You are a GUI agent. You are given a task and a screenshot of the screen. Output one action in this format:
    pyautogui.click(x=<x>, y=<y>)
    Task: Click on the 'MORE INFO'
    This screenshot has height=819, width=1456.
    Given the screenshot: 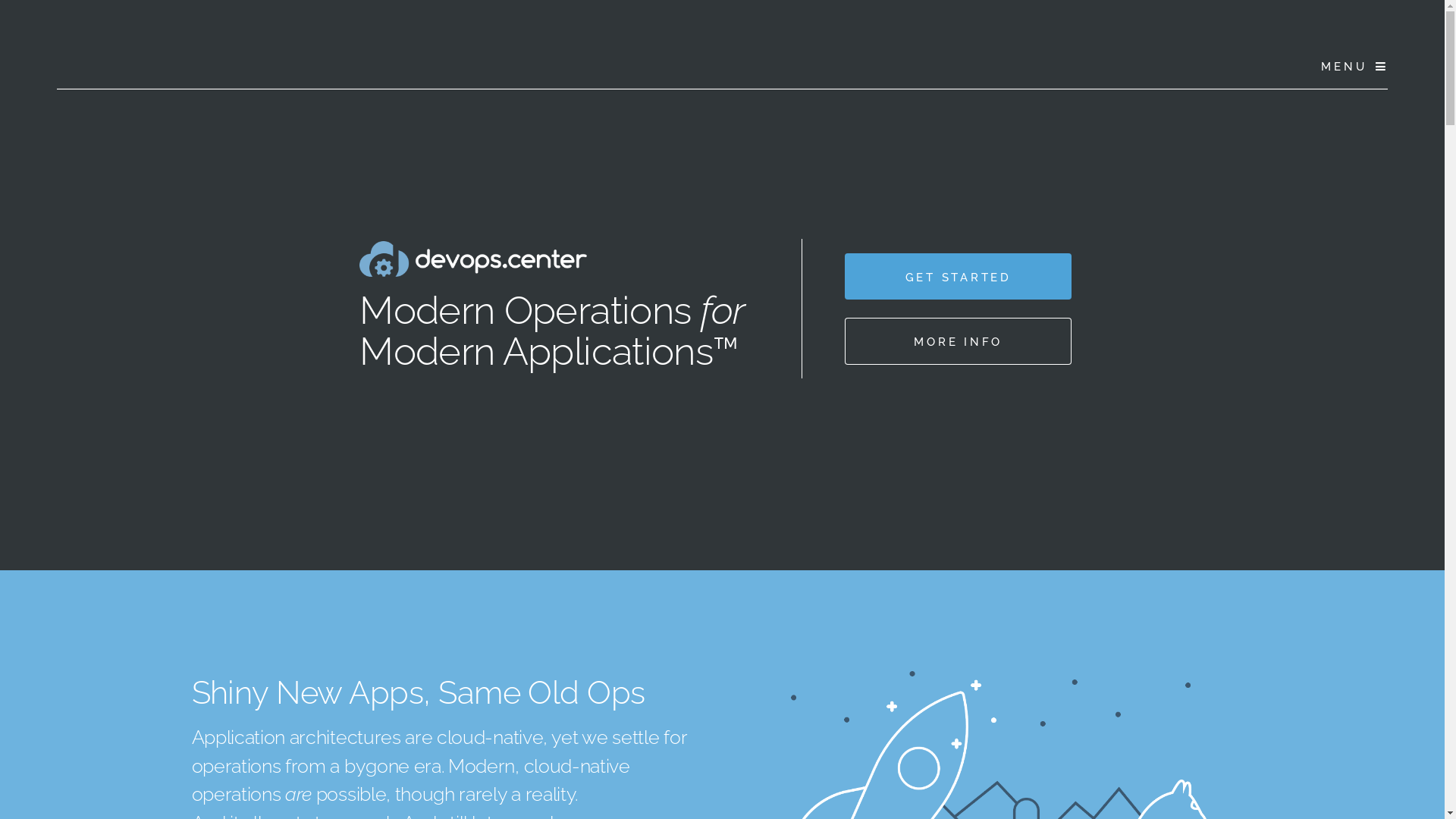 What is the action you would take?
    pyautogui.click(x=957, y=340)
    